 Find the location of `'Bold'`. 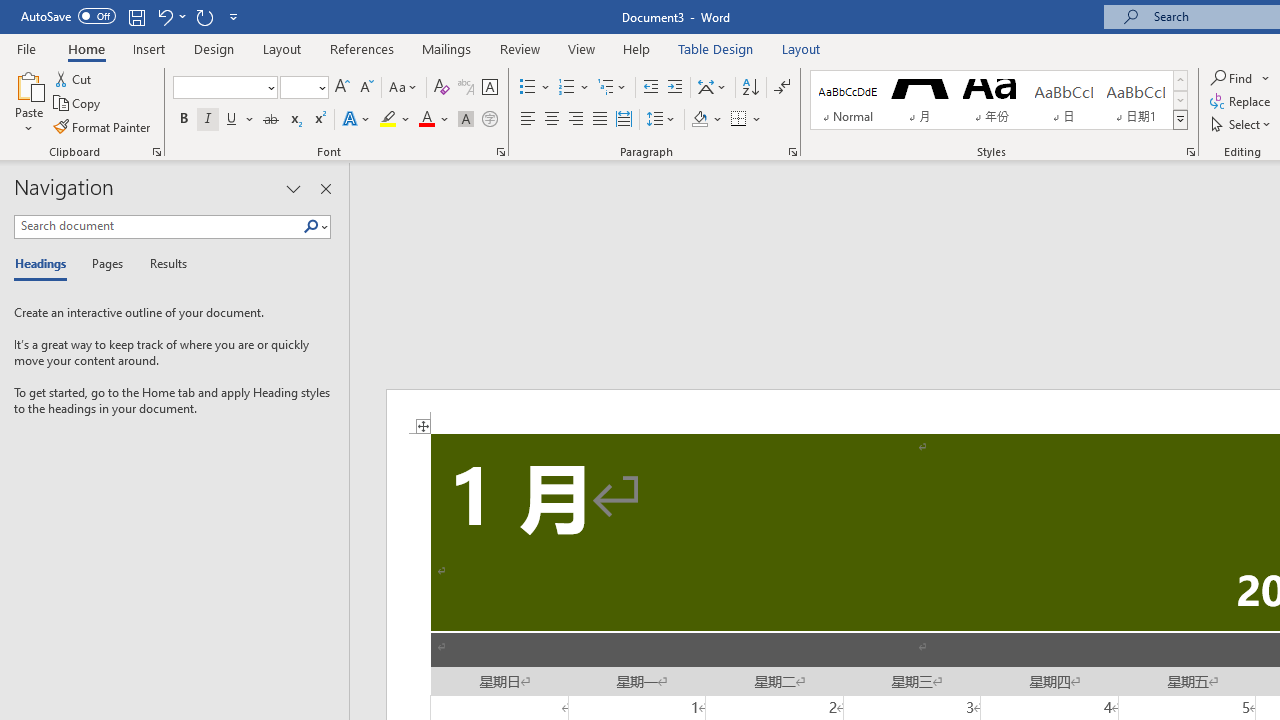

'Bold' is located at coordinates (183, 119).